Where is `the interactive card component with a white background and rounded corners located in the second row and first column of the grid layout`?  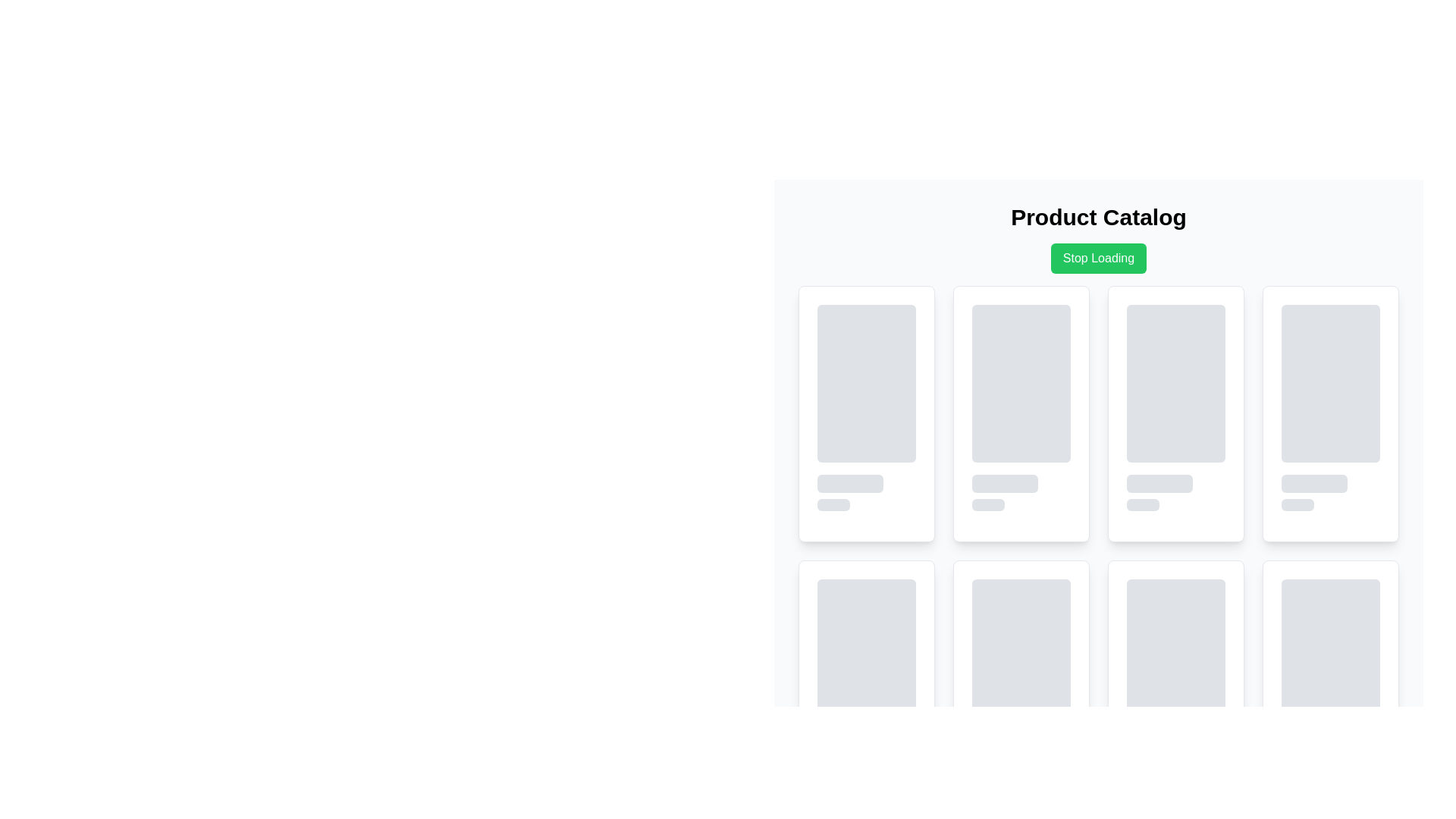
the interactive card component with a white background and rounded corners located in the second row and first column of the grid layout is located at coordinates (866, 688).